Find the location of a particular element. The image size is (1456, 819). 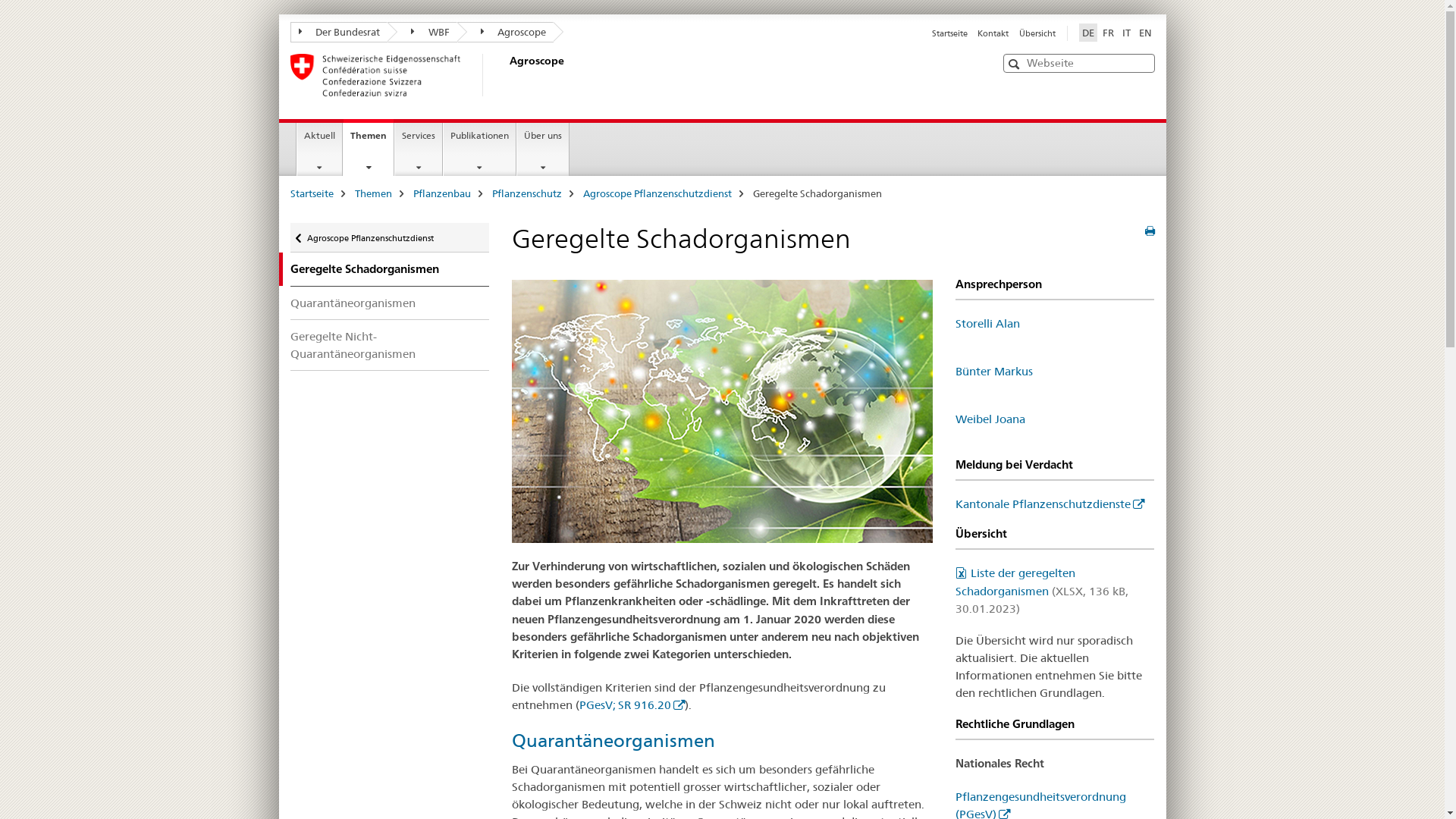

'WBF' is located at coordinates (422, 32).